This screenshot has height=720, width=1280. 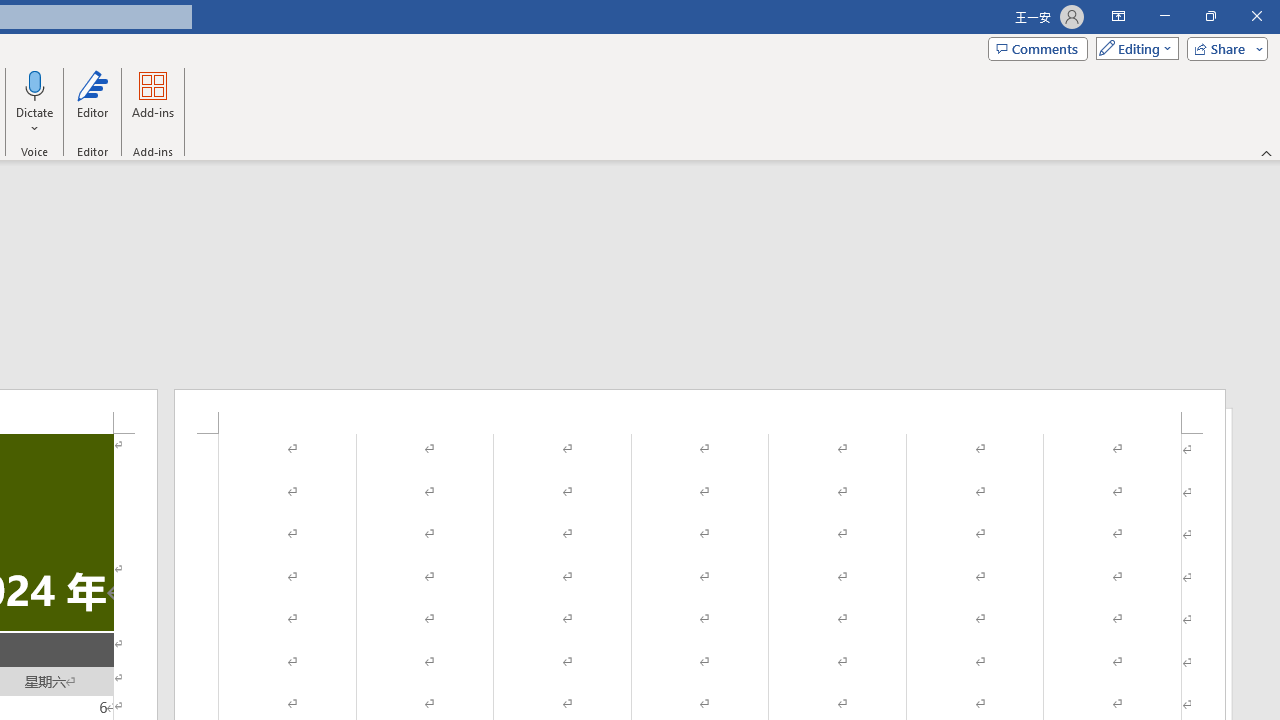 What do you see at coordinates (91, 103) in the screenshot?
I see `'Editor'` at bounding box center [91, 103].